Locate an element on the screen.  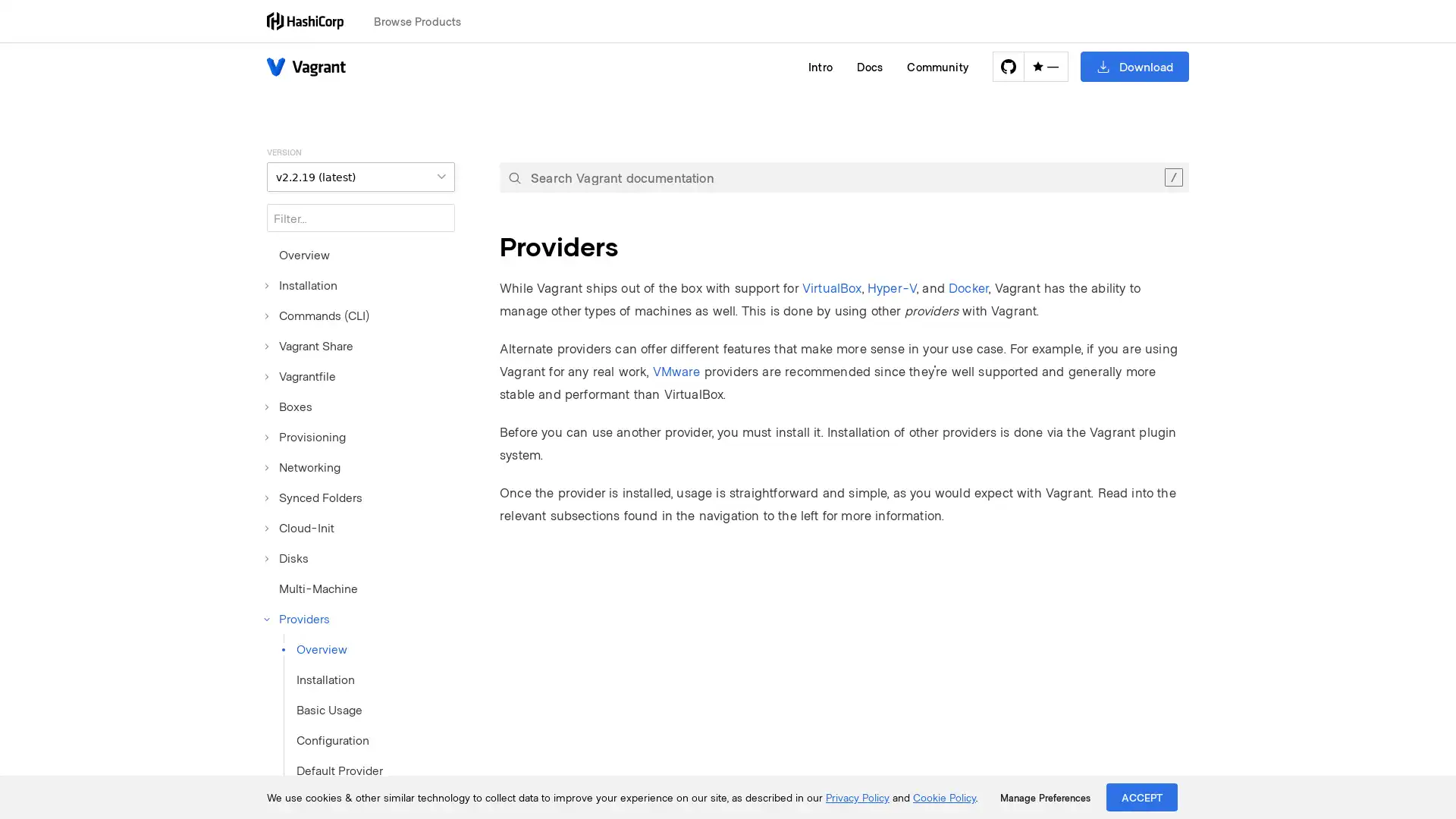
Vagrant Share is located at coordinates (309, 345).